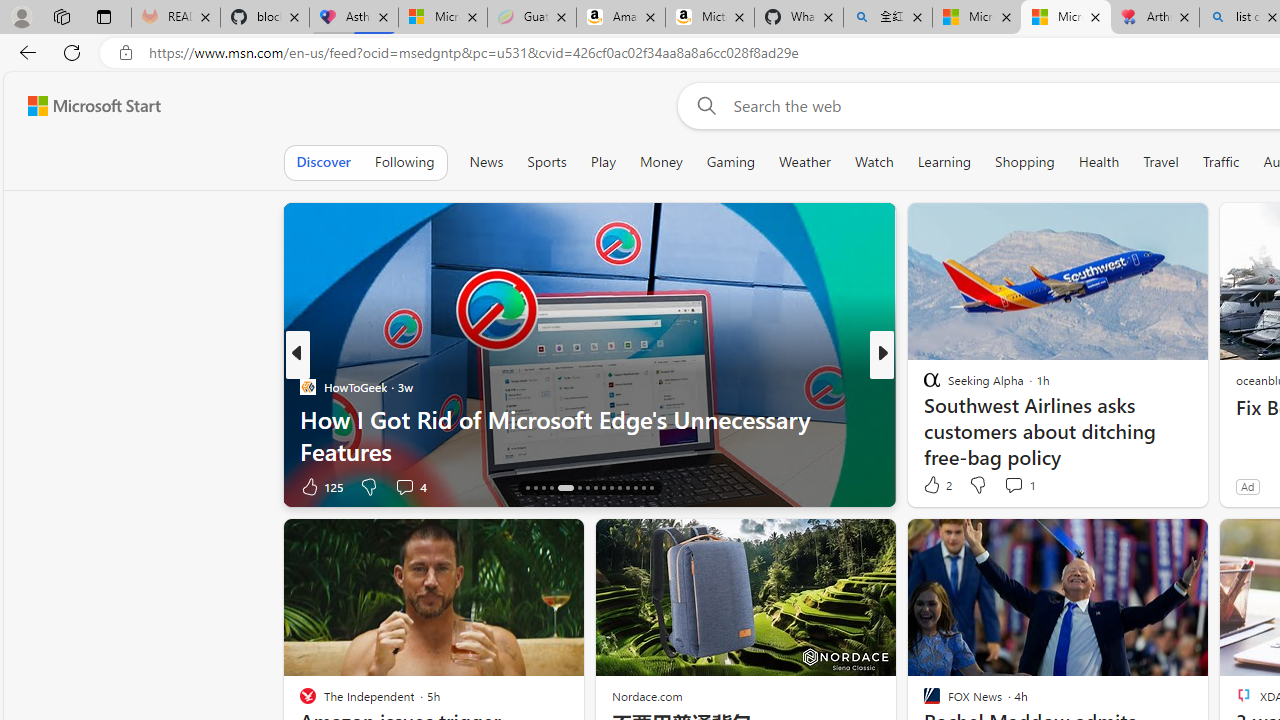 The image size is (1280, 720). I want to click on 'View comments 20 Comment', so click(1029, 486).